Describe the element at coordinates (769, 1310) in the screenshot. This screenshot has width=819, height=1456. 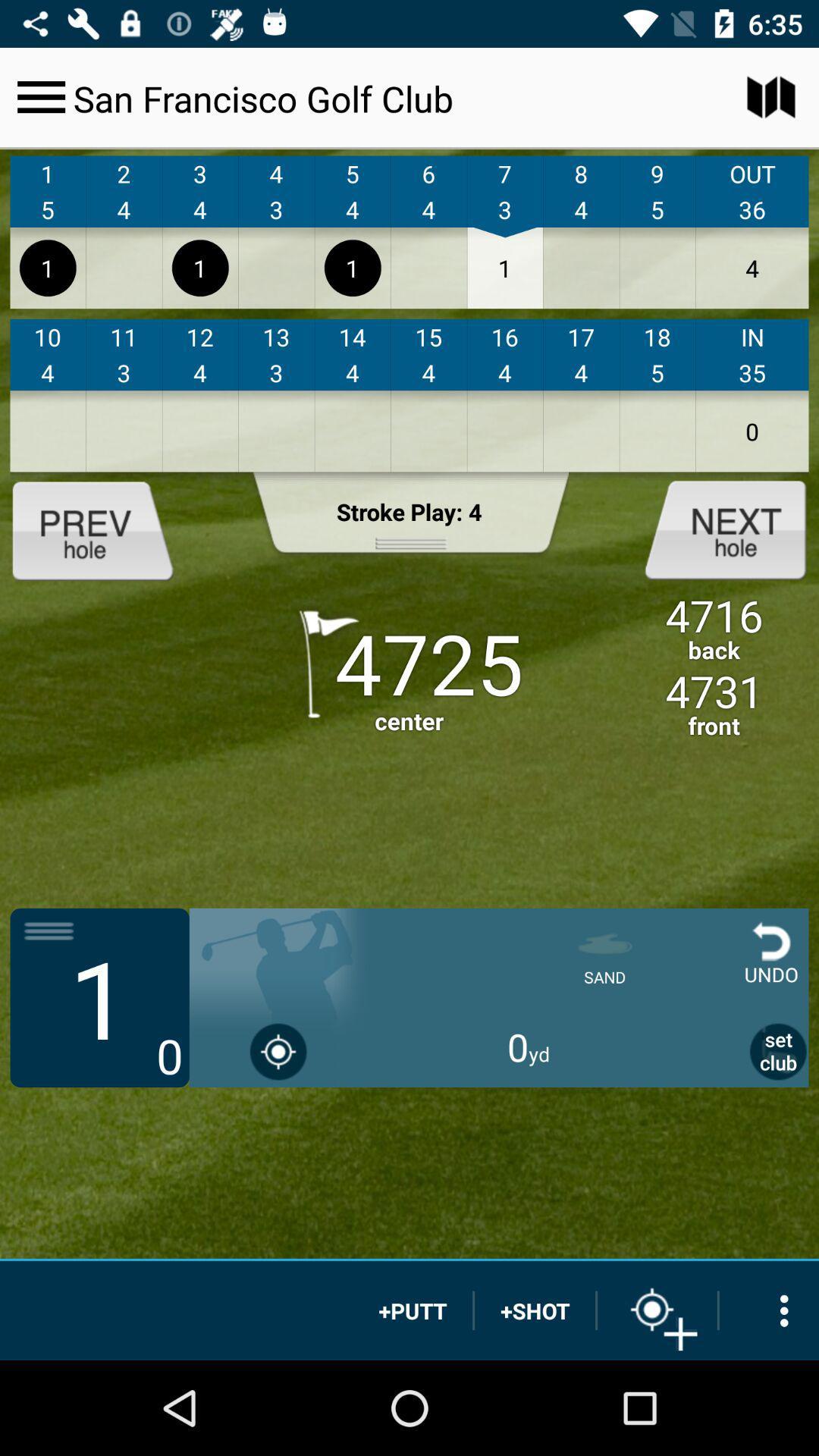
I see `more options` at that location.